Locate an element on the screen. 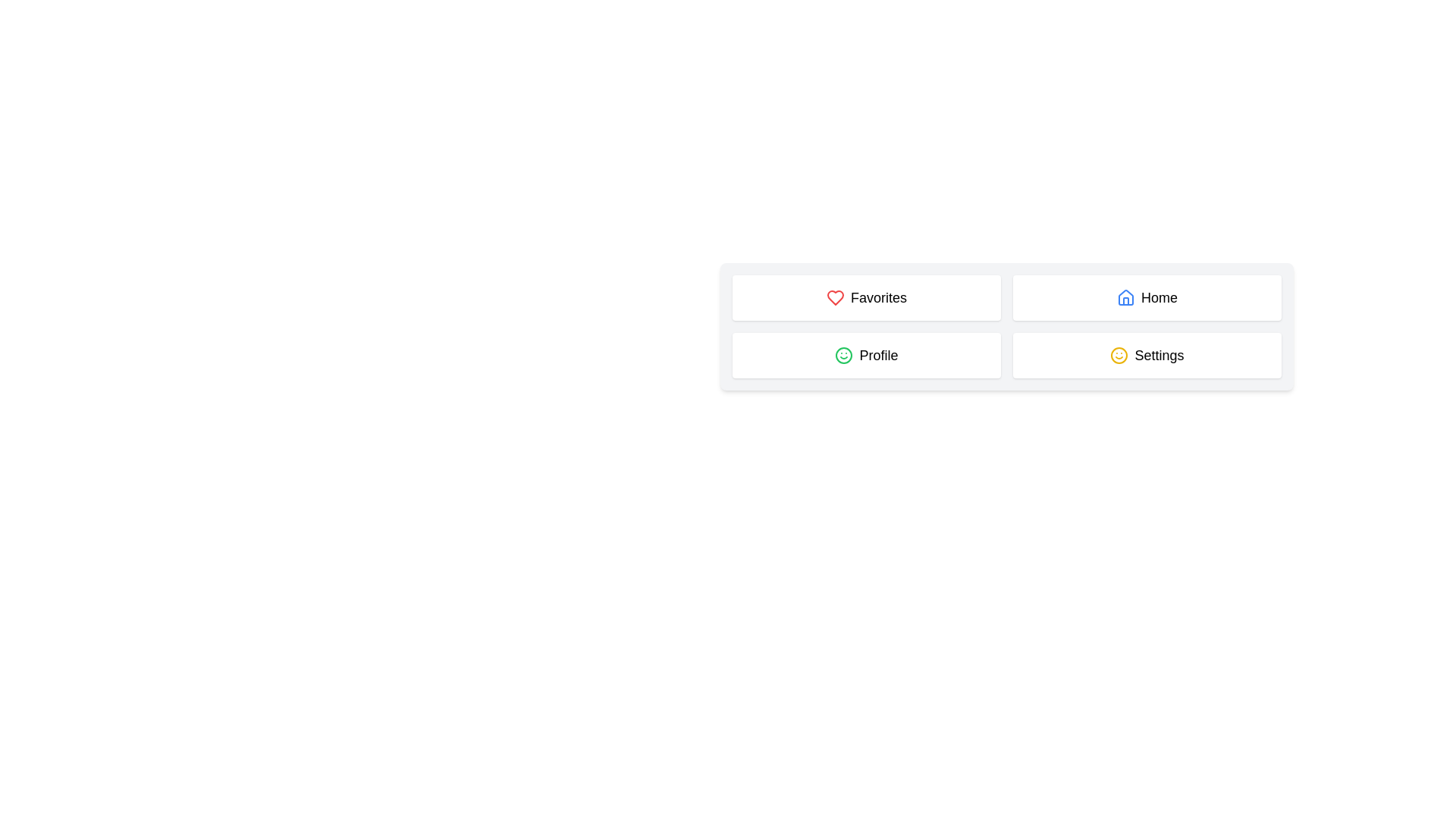 The image size is (1456, 819). the 'Favorites' button, which features a red heart icon and is located in the top-left corner of the 2x2 grid layout is located at coordinates (866, 298).